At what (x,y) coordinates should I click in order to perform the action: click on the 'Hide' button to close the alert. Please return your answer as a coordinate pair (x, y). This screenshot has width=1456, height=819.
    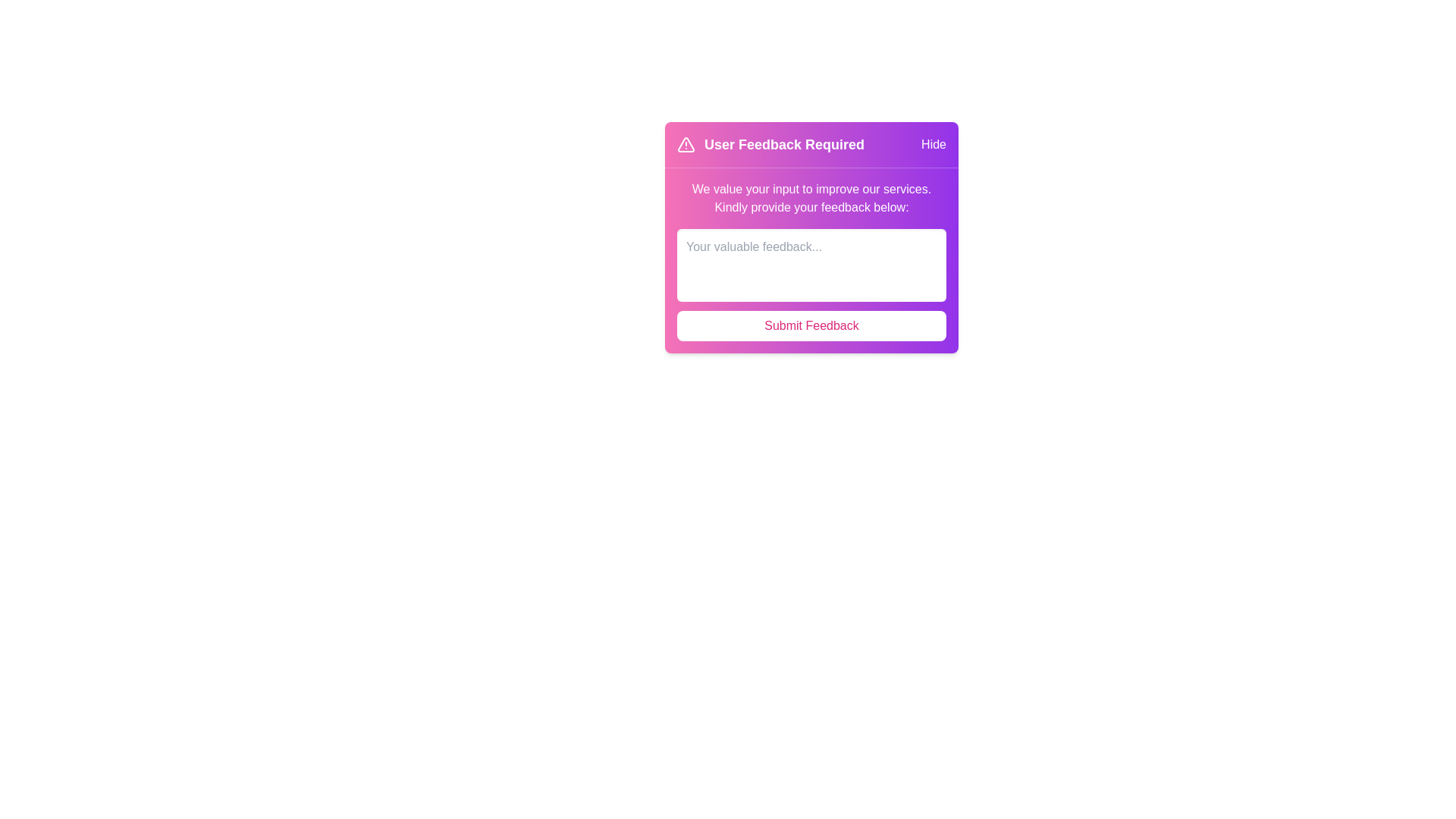
    Looking at the image, I should click on (933, 145).